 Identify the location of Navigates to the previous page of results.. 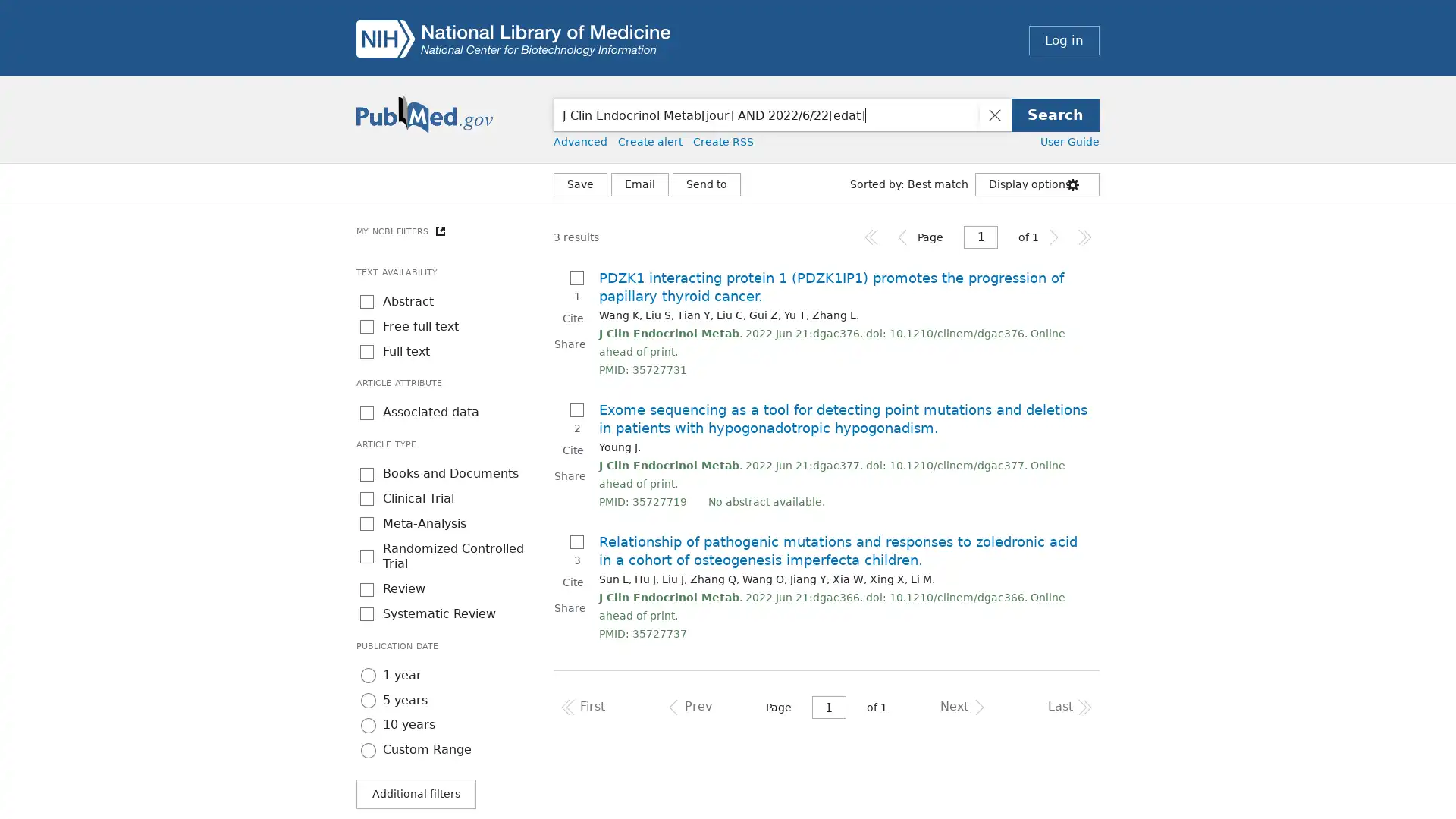
(690, 708).